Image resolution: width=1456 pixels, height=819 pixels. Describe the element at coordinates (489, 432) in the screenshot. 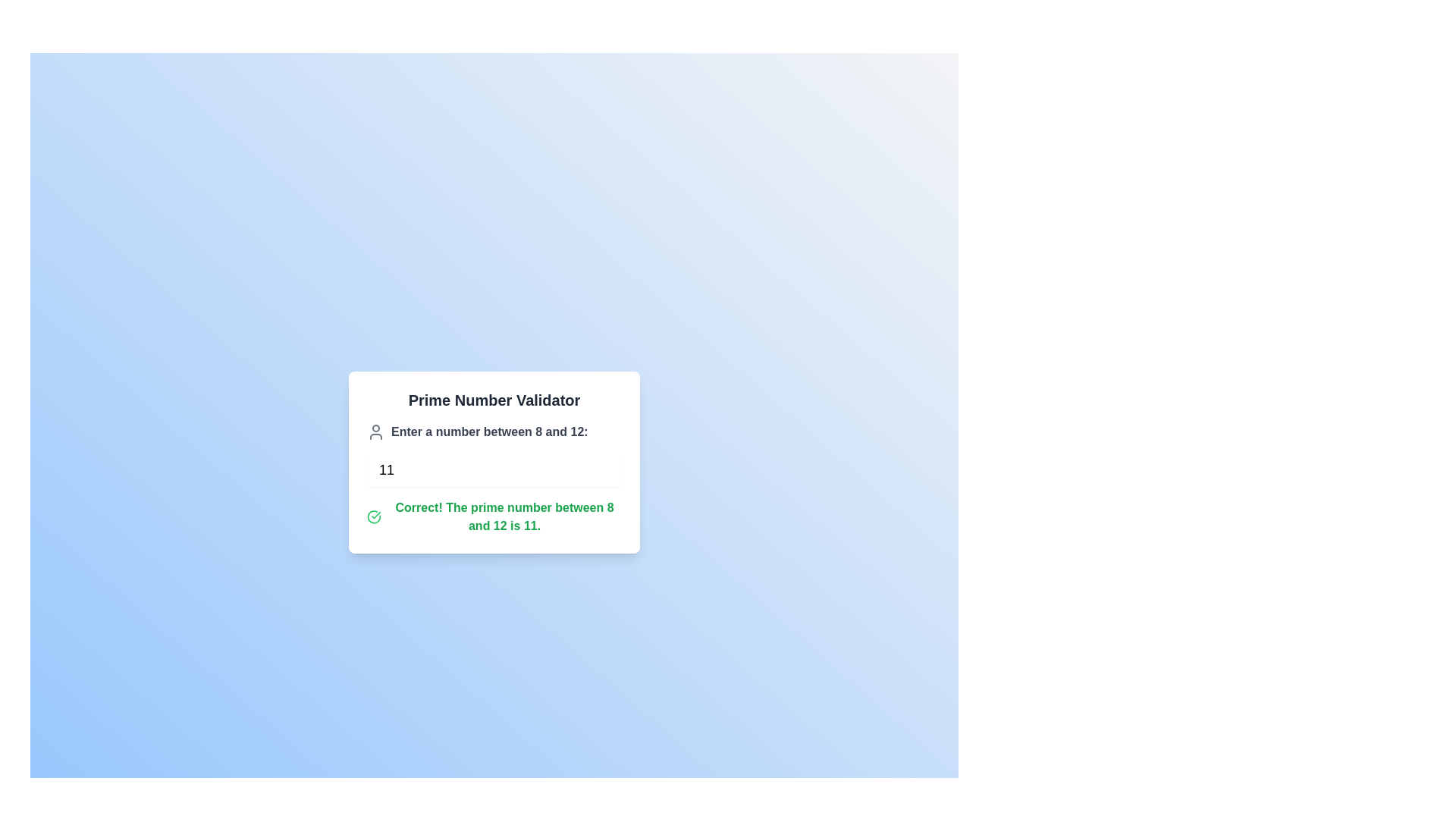

I see `the instruction text label that informs users to enter a numerical input within the specified range of 8 to 12 in the 'Prime Number Validator' section` at that location.